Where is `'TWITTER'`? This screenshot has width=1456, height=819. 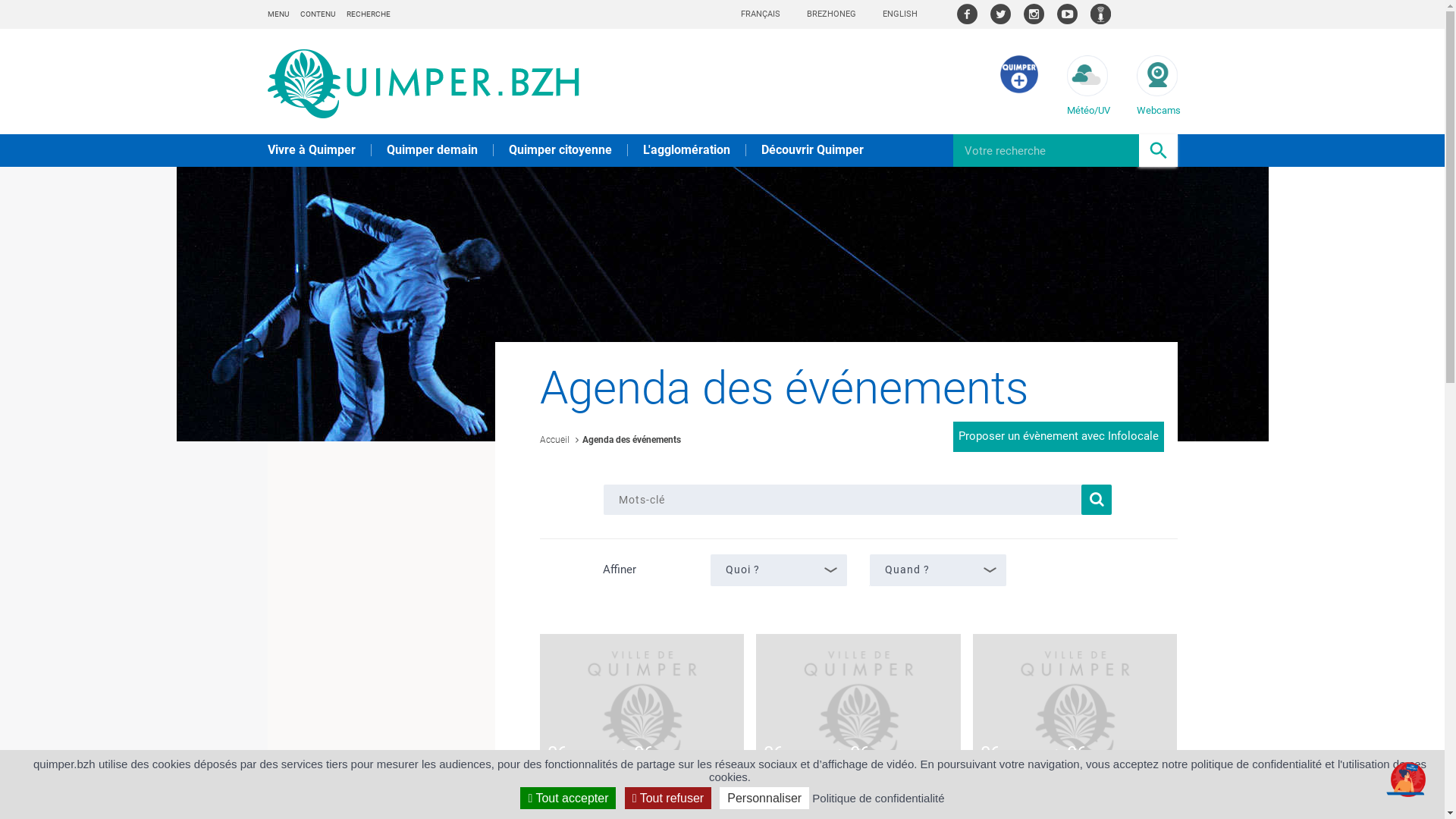
'TWITTER' is located at coordinates (1000, 14).